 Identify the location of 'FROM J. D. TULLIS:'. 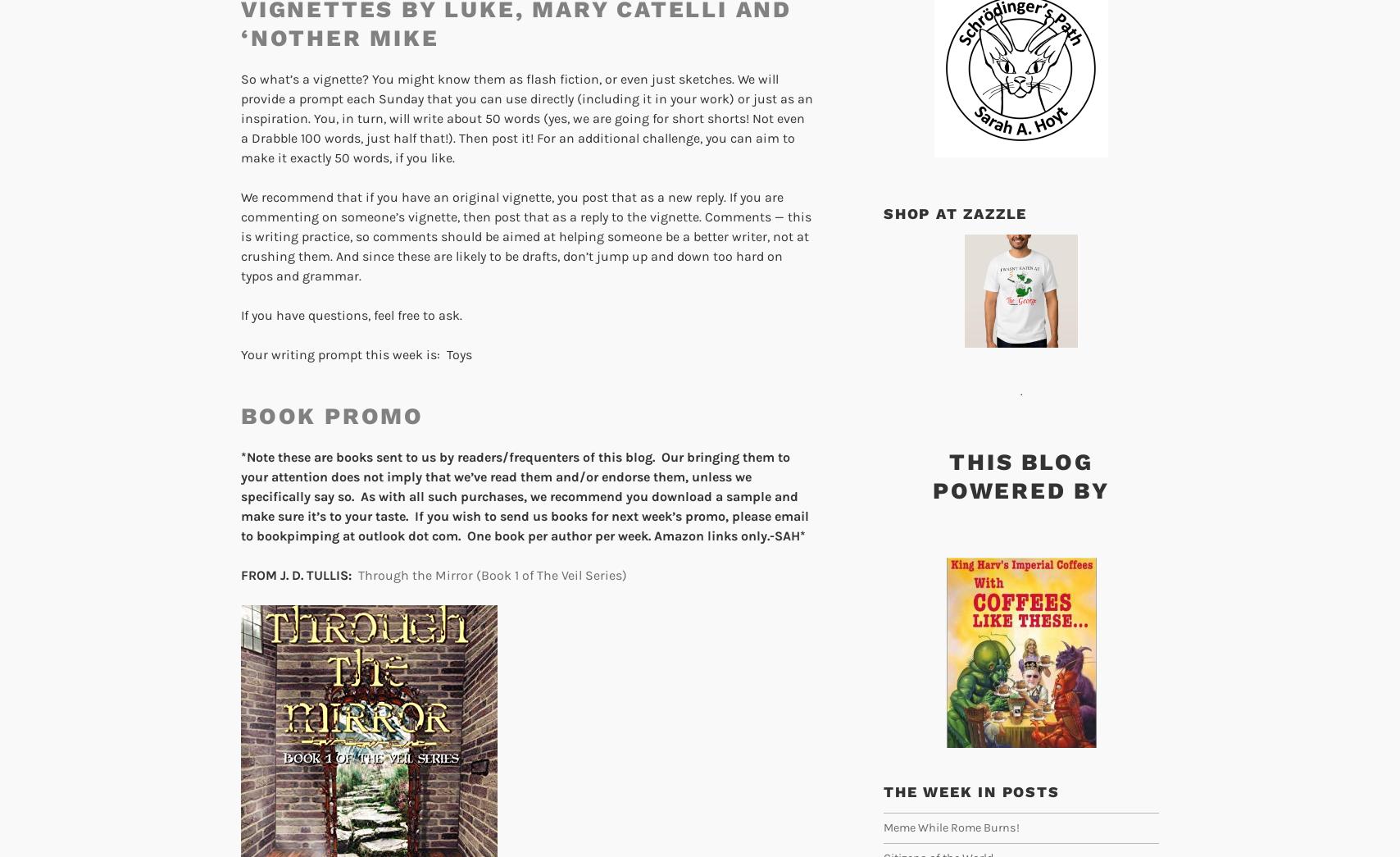
(296, 574).